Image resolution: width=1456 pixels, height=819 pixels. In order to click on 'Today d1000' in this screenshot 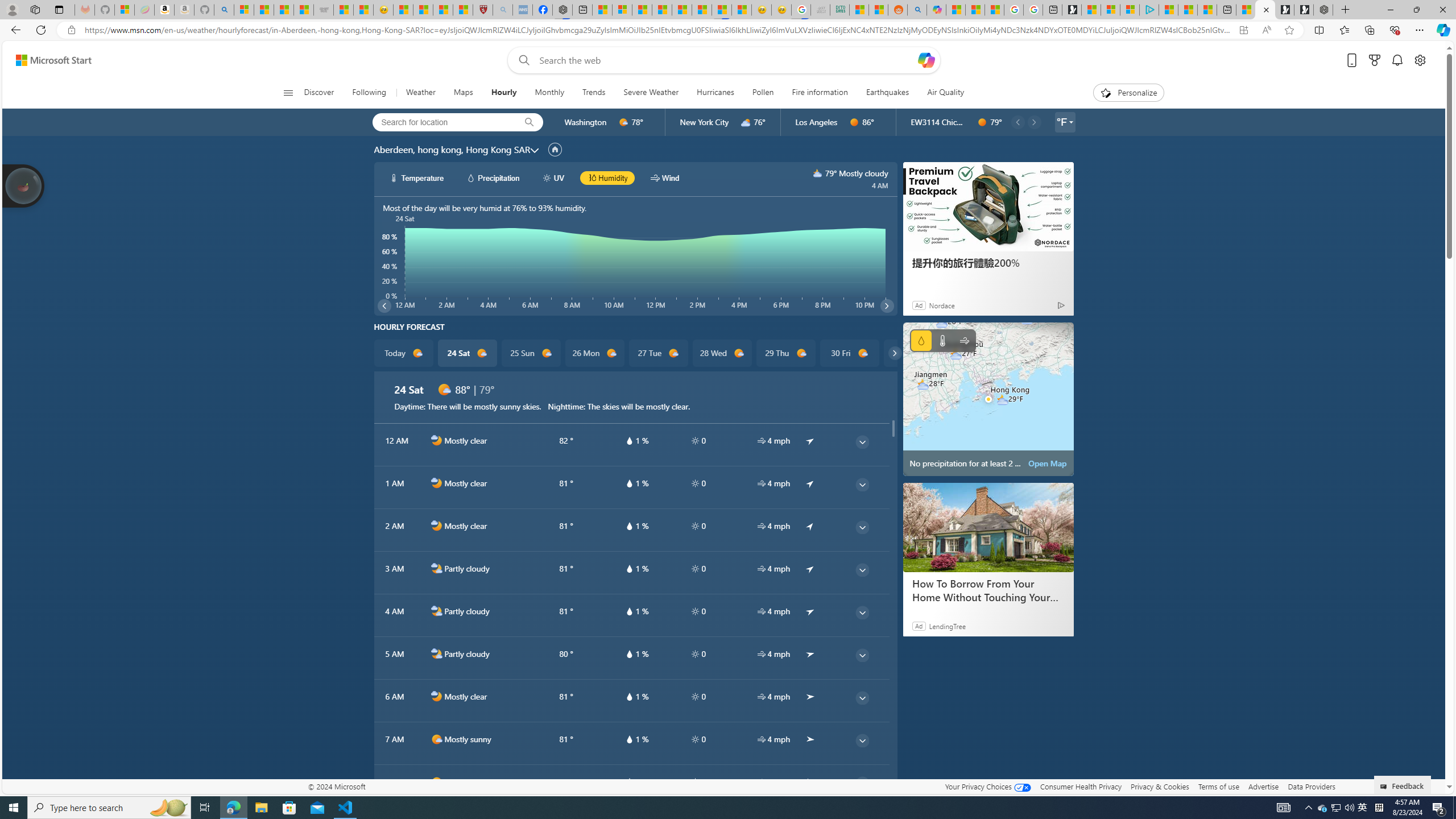, I will do `click(403, 353)`.